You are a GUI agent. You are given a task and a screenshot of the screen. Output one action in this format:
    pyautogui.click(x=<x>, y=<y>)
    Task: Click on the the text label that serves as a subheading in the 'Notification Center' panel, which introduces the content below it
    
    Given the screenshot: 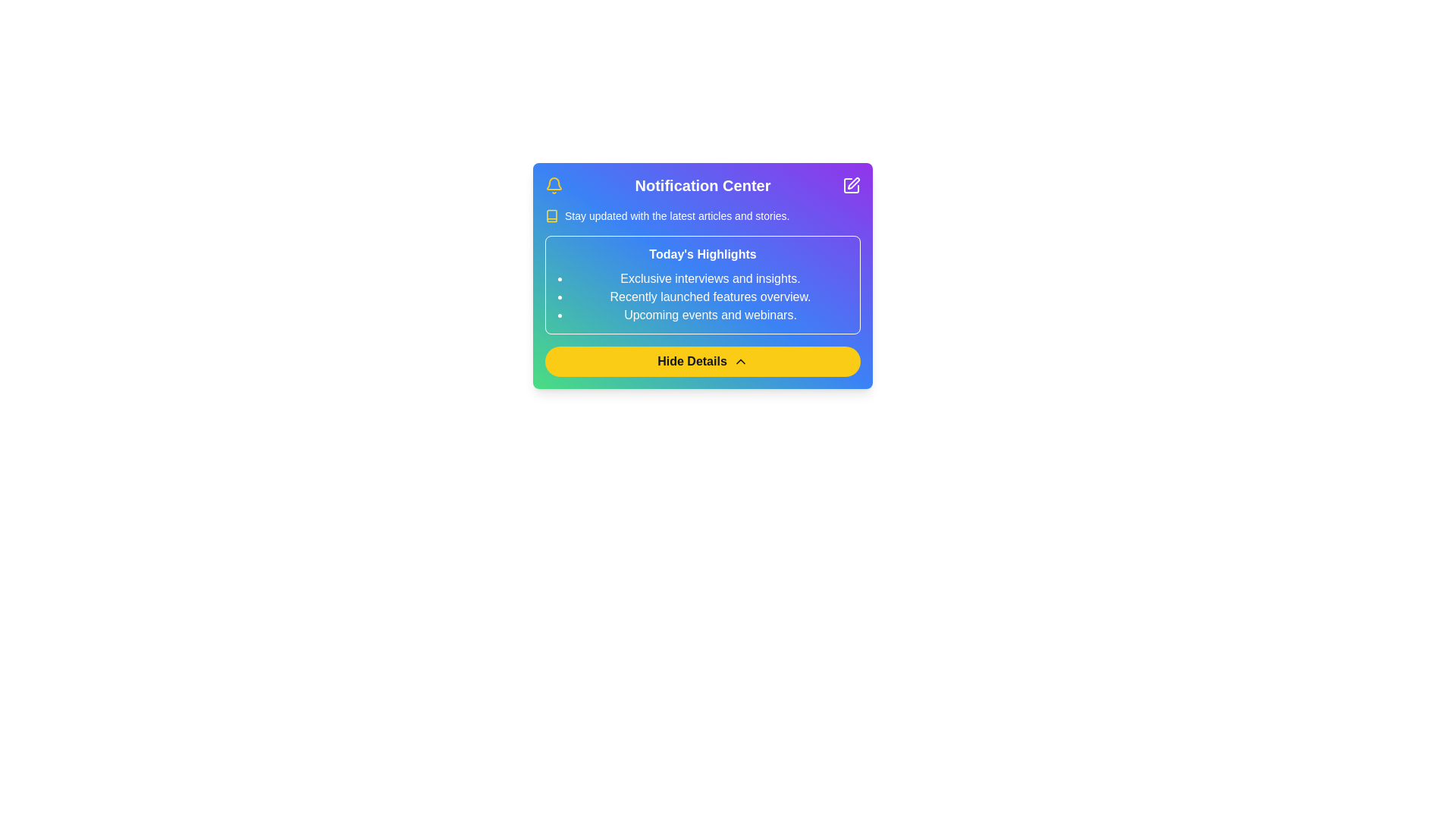 What is the action you would take?
    pyautogui.click(x=701, y=253)
    